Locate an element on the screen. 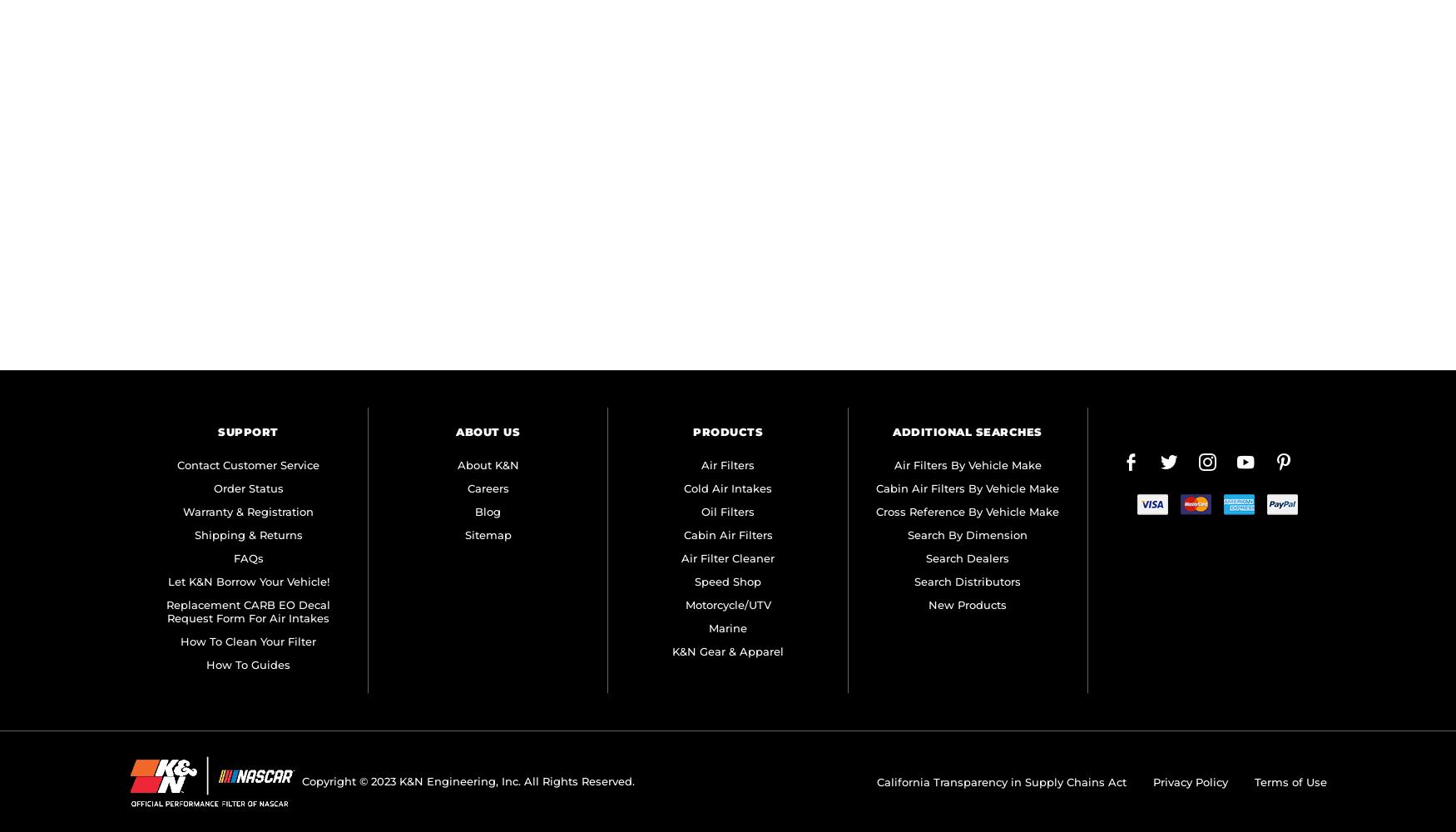  'Shipping & Returns' is located at coordinates (247, 535).